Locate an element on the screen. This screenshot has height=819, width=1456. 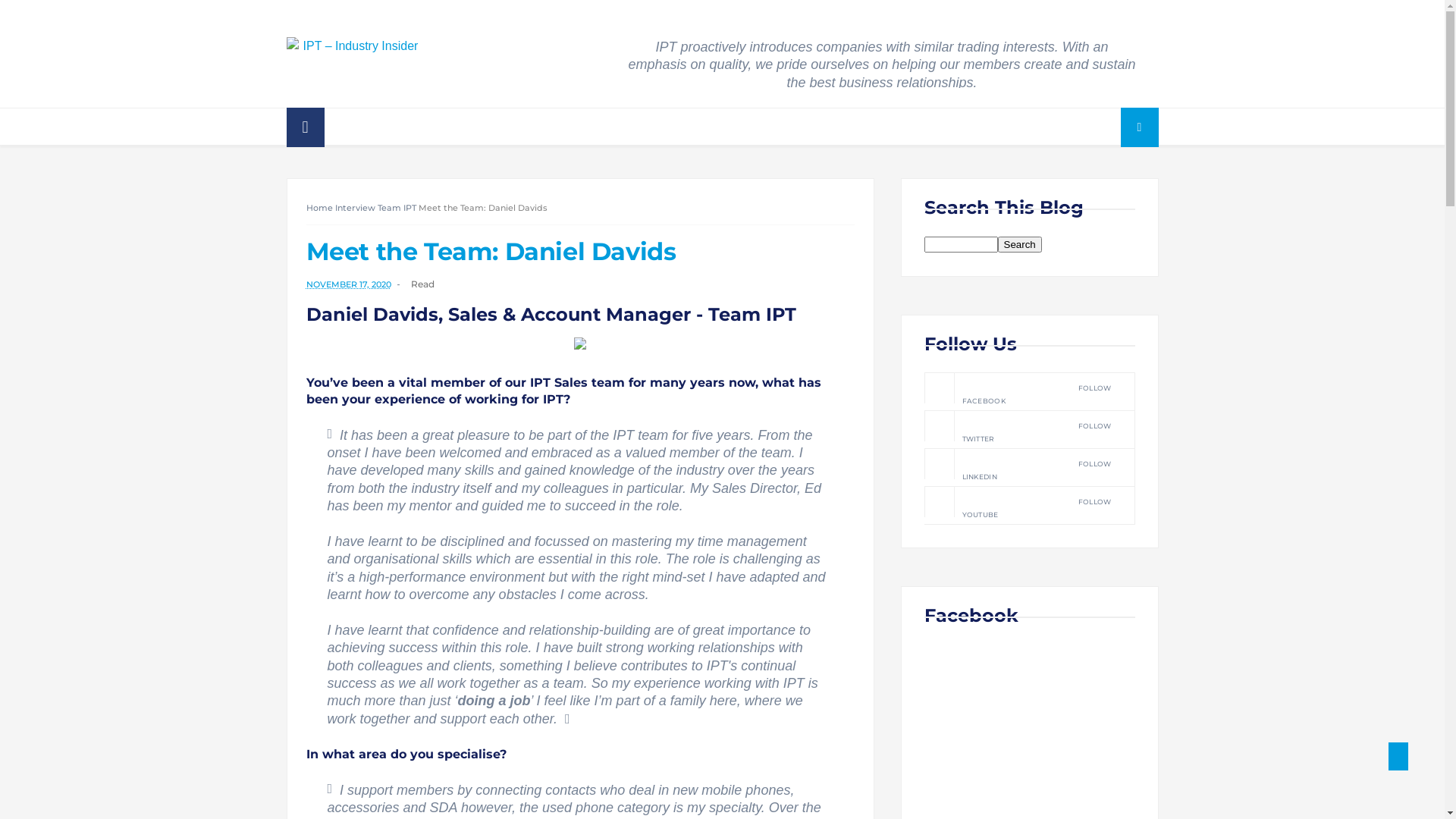
'TWITTER is located at coordinates (923, 429).